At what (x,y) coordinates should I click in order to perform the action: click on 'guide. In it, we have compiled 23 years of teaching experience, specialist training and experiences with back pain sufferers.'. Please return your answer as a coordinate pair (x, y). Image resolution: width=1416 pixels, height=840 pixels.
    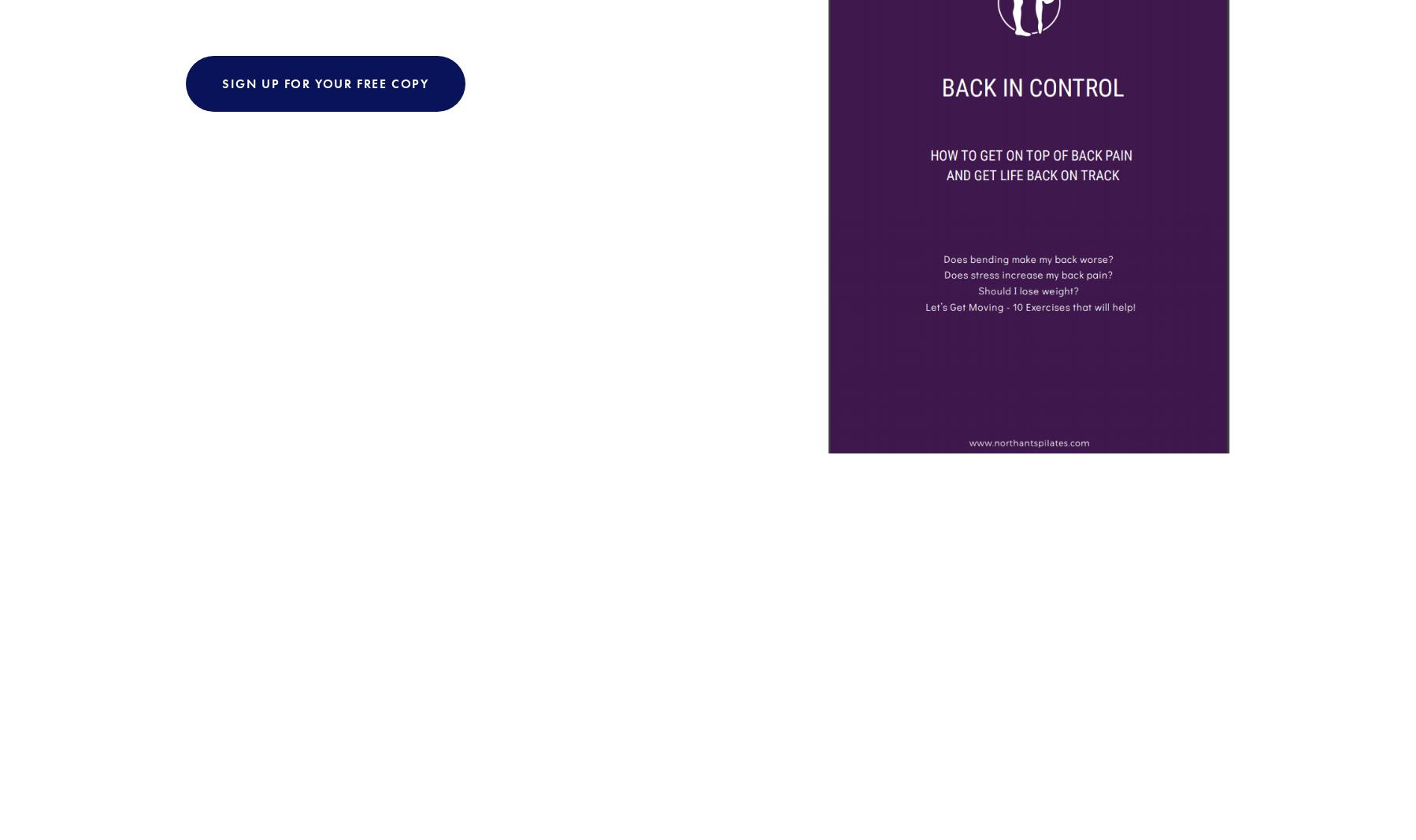
    Looking at the image, I should click on (480, 198).